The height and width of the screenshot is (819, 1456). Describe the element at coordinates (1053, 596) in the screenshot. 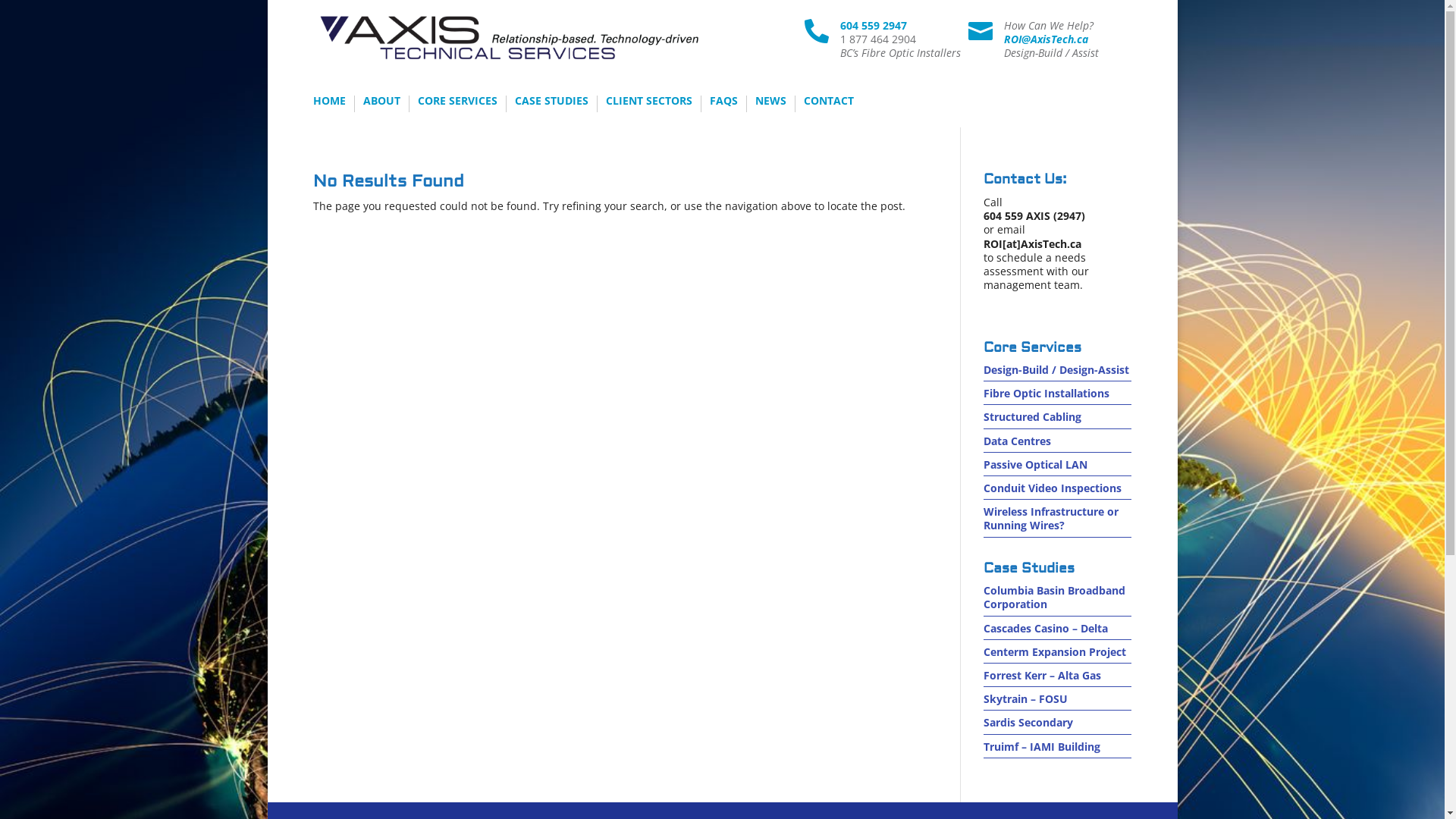

I see `'Columbia Basin Broadband Corporation'` at that location.